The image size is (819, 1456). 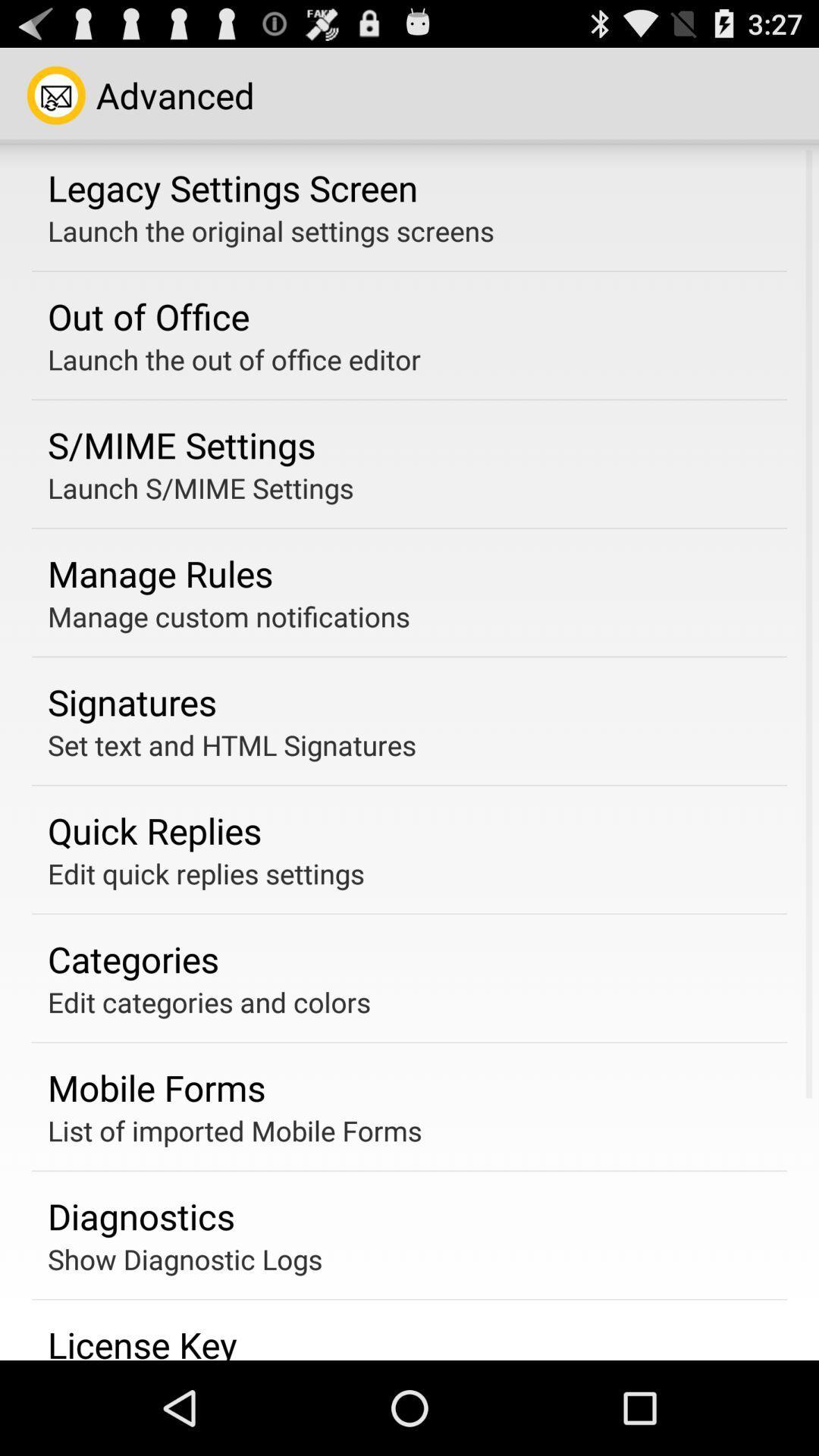 What do you see at coordinates (234, 1131) in the screenshot?
I see `app above diagnostics item` at bounding box center [234, 1131].